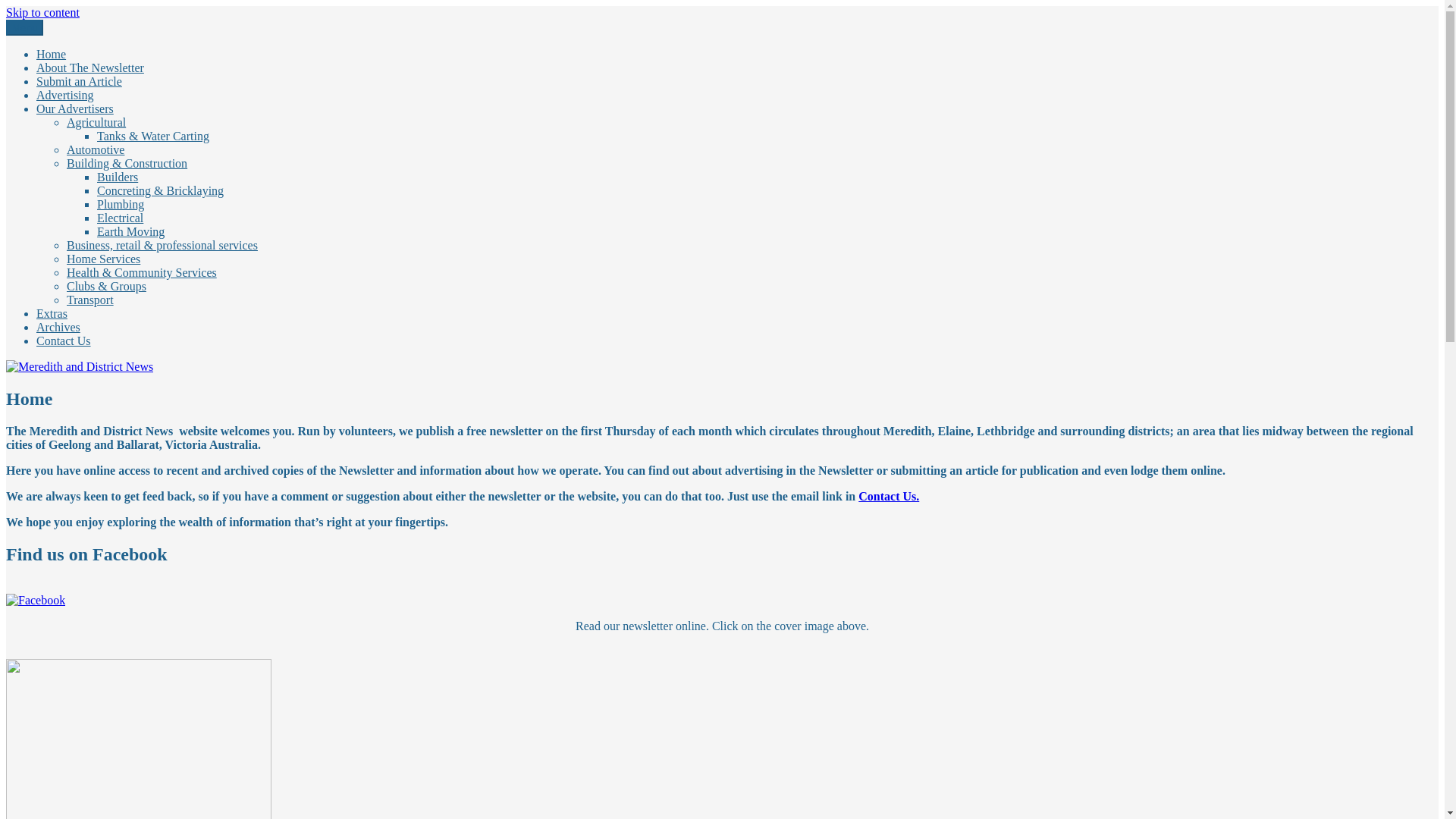 The width and height of the screenshot is (1456, 819). I want to click on 'Our Advertisers', so click(36, 108).